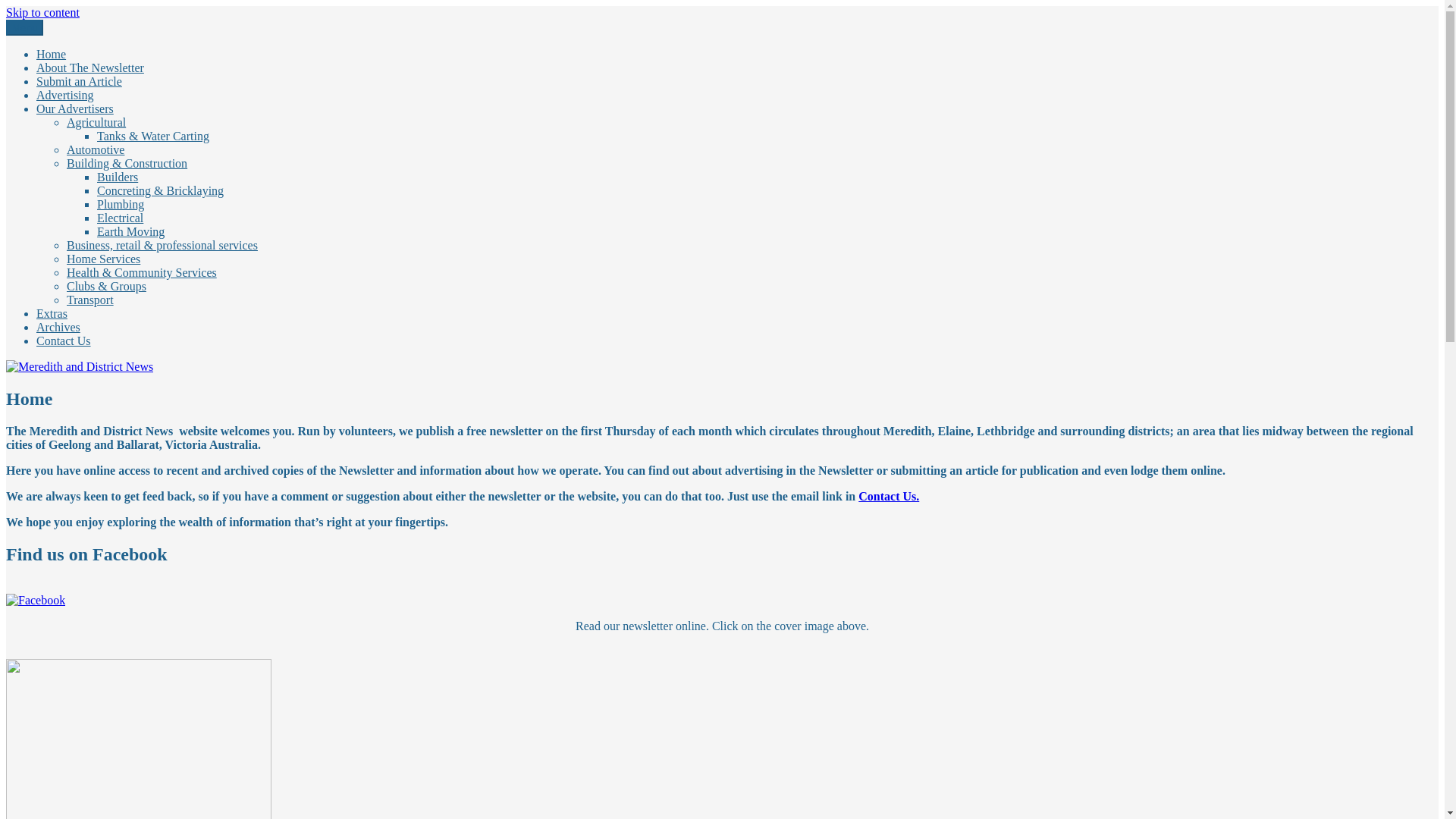 The width and height of the screenshot is (1456, 819). I want to click on 'Our Advertisers', so click(36, 108).